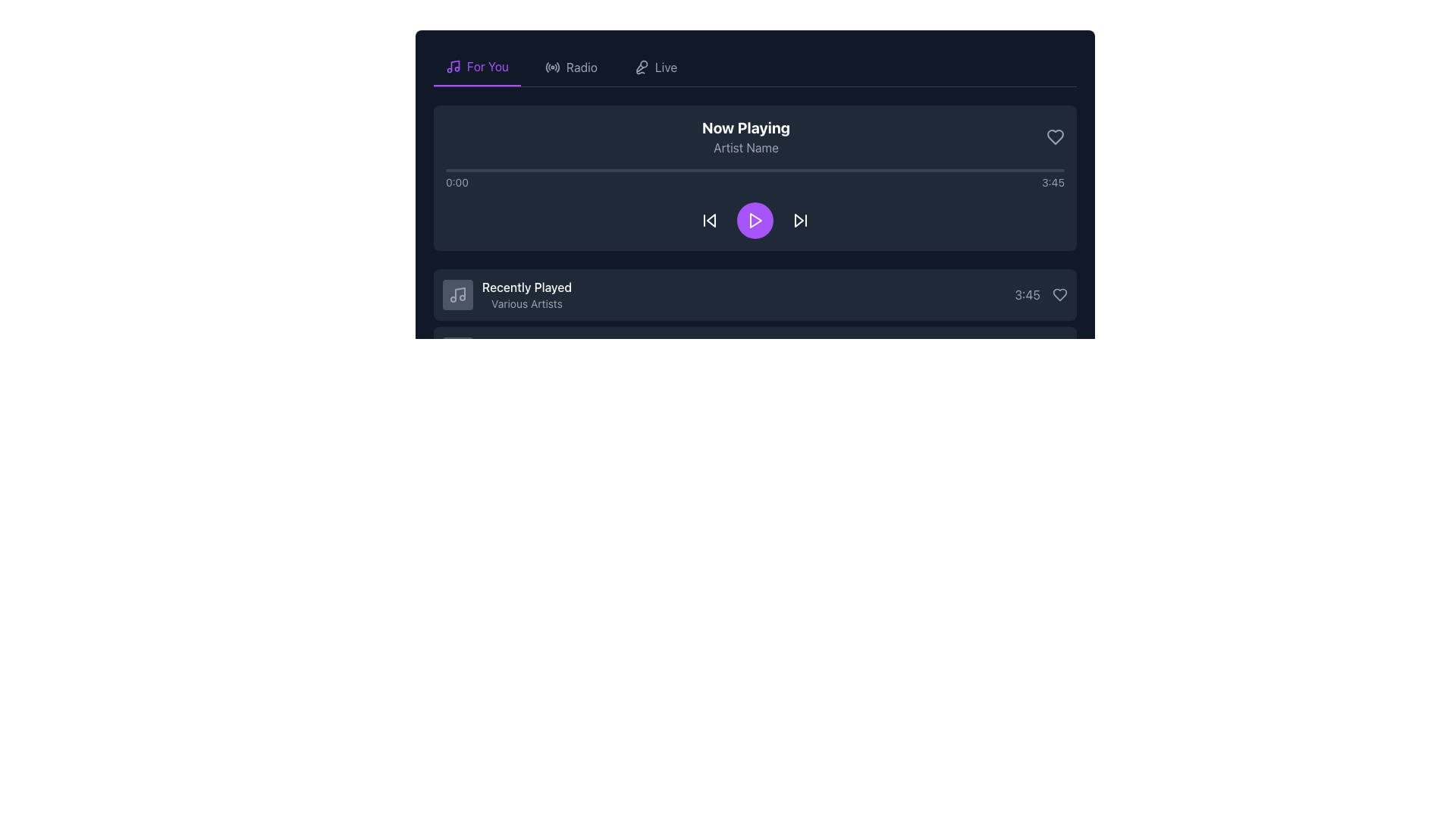 Image resolution: width=1456 pixels, height=819 pixels. I want to click on the first list item element representing a recently played music item, which displays the title and artist's information in the lower section of the music player interface, so click(507, 295).